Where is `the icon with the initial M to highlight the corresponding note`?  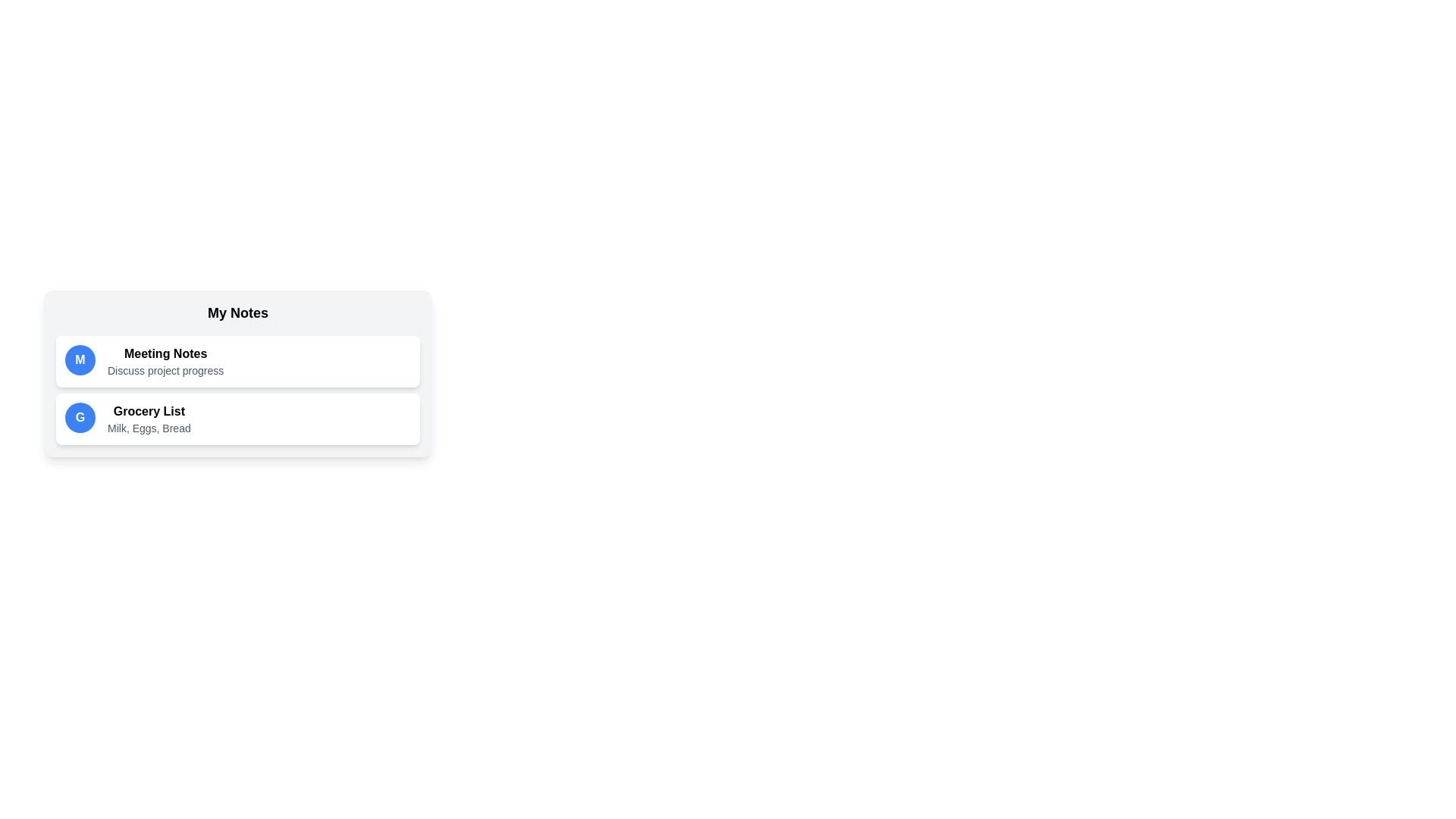 the icon with the initial M to highlight the corresponding note is located at coordinates (79, 359).